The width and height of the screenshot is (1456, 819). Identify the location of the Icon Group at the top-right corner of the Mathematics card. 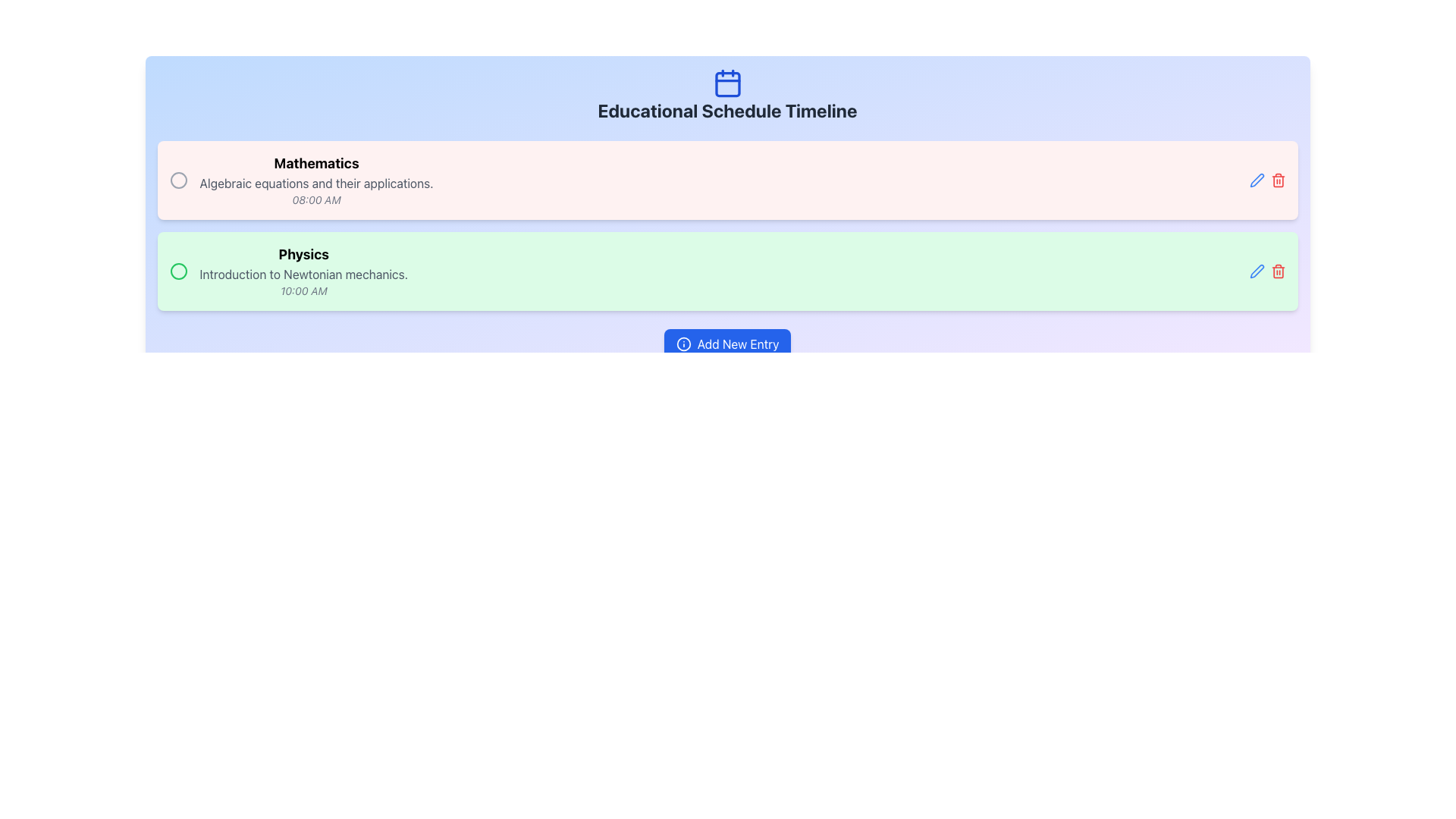
(1267, 180).